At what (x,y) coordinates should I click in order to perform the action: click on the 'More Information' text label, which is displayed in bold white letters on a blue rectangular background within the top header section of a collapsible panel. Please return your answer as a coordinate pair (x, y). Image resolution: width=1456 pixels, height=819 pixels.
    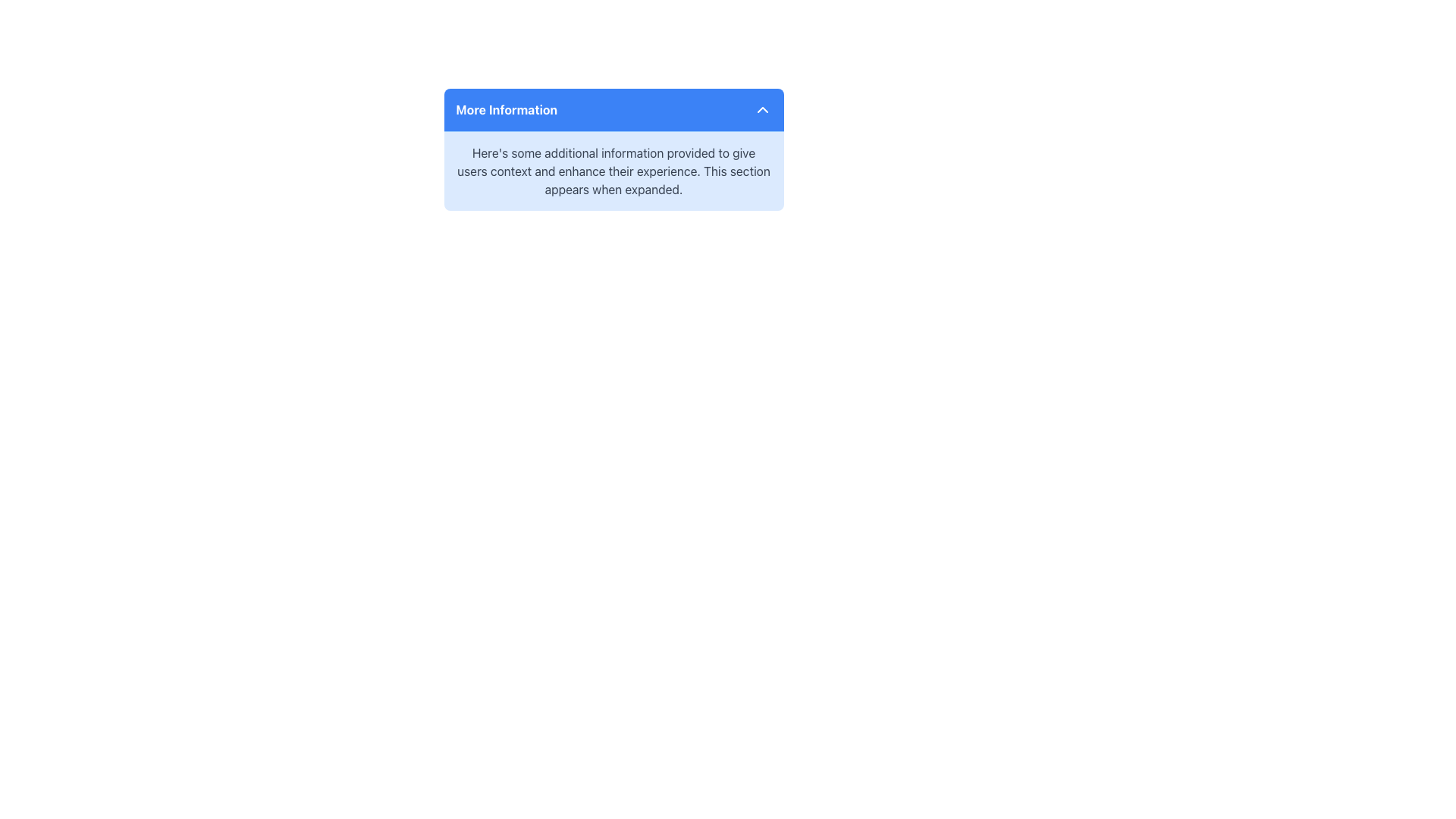
    Looking at the image, I should click on (507, 109).